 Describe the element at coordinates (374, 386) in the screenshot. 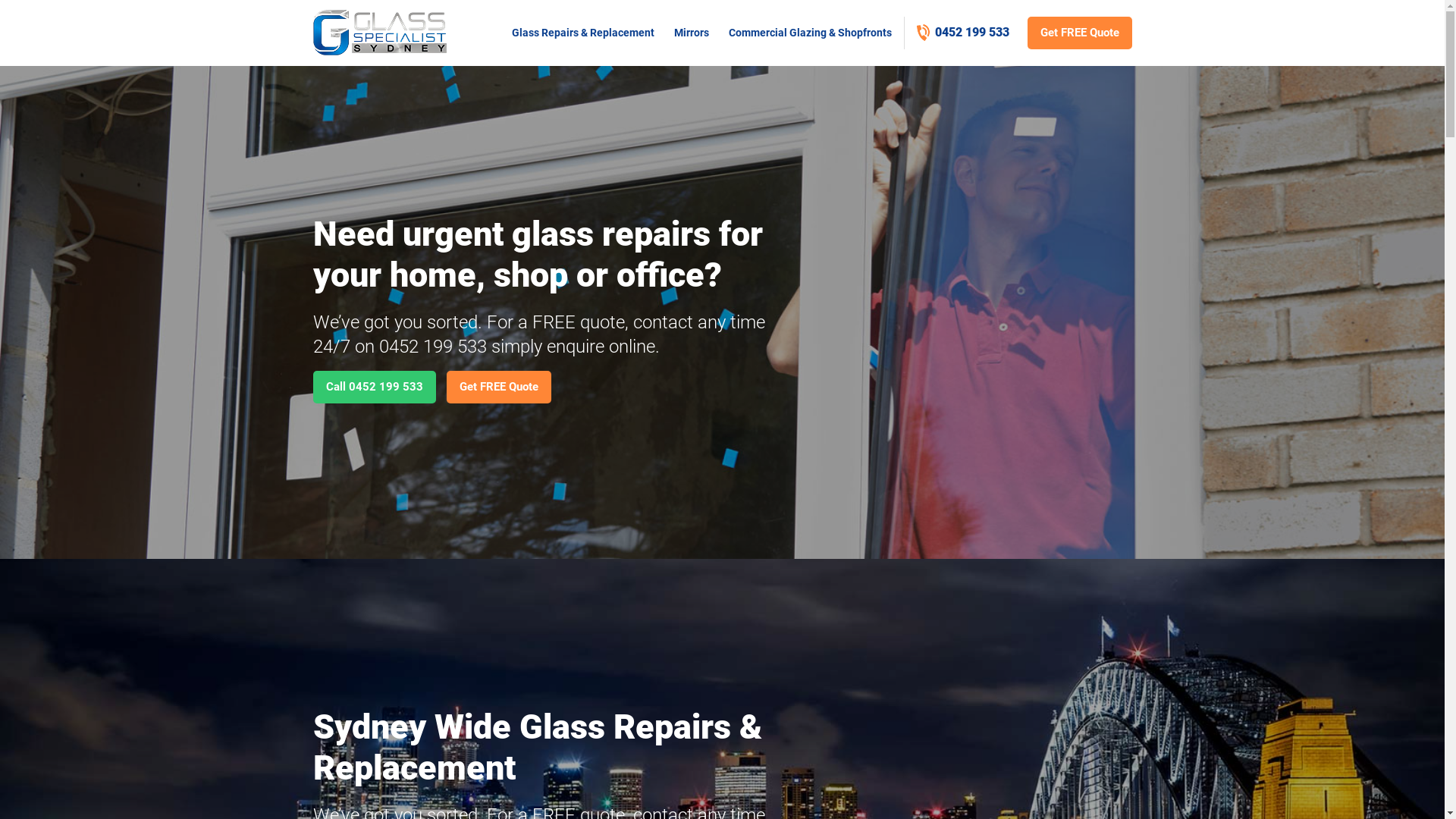

I see `'Call 0452 199 533'` at that location.